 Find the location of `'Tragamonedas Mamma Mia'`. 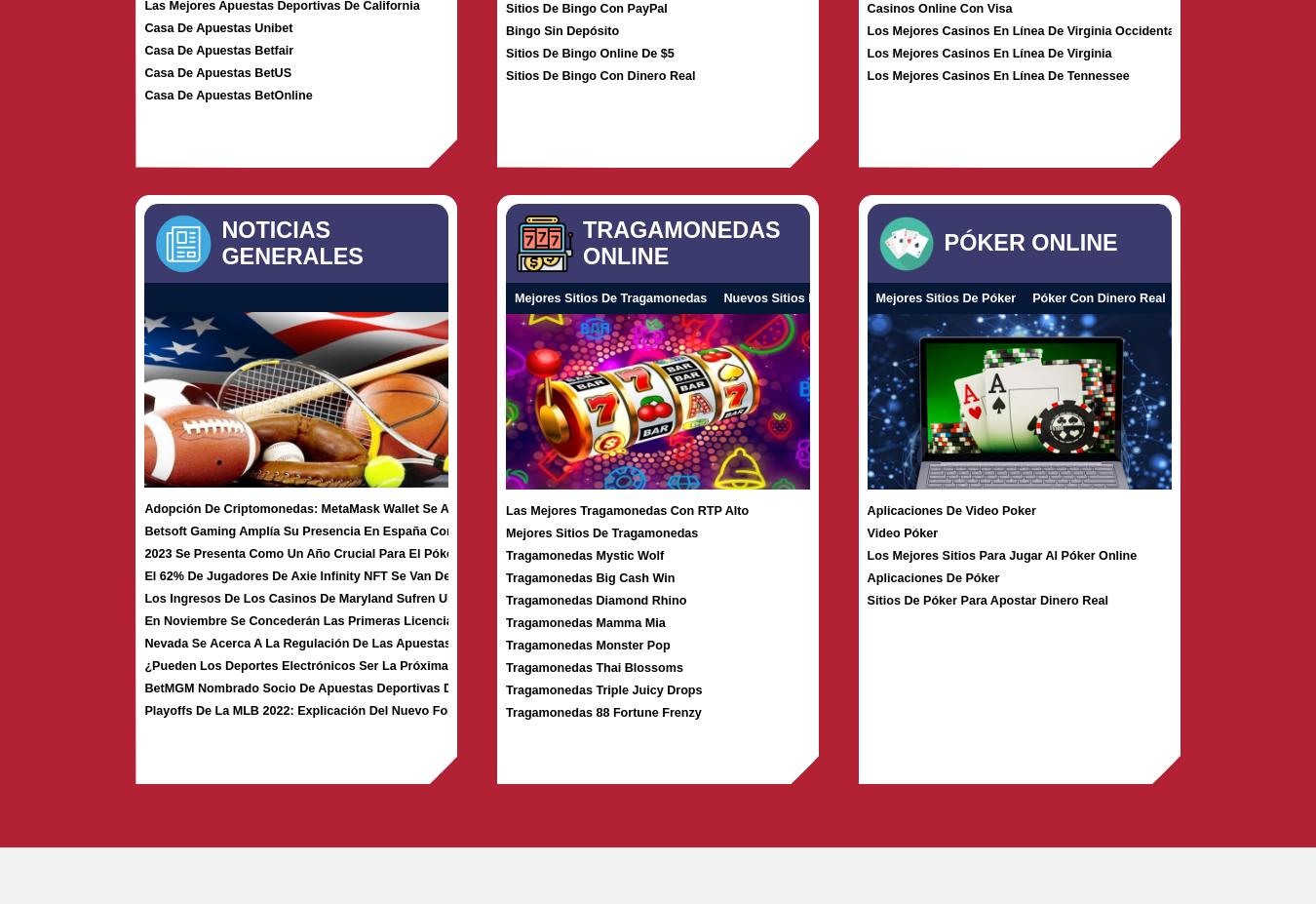

'Tragamonedas Mamma Mia' is located at coordinates (585, 620).